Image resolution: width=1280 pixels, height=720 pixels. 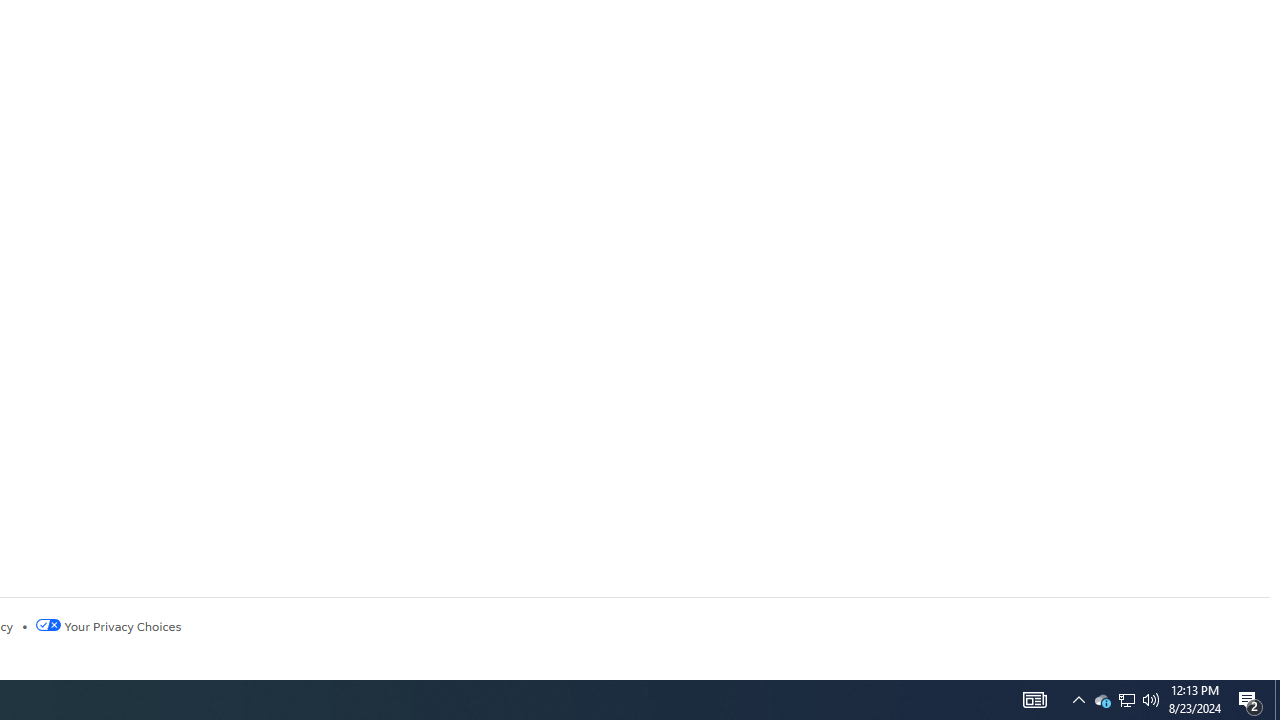 I want to click on ' Your Privacy Choices', so click(x=107, y=625).